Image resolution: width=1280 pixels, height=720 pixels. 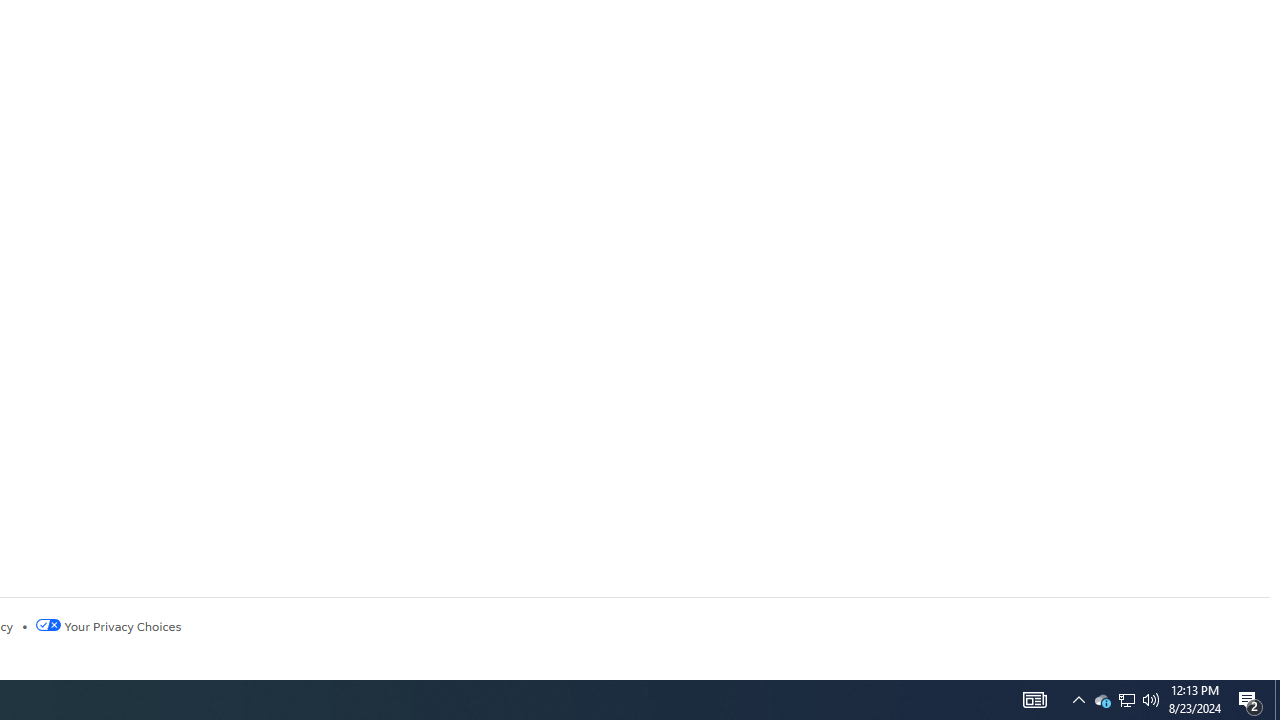 I want to click on ' Your Privacy Choices', so click(x=107, y=625).